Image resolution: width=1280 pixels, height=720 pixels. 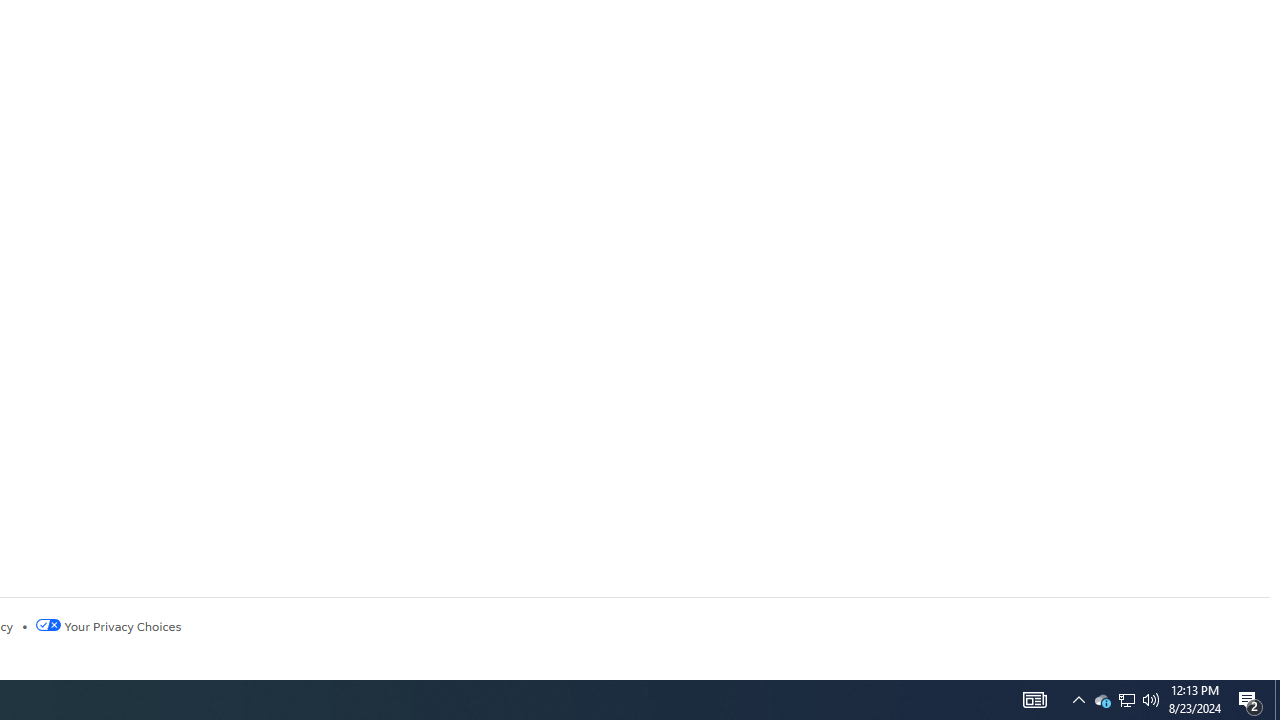 I want to click on ' Your Privacy Choices', so click(x=107, y=625).